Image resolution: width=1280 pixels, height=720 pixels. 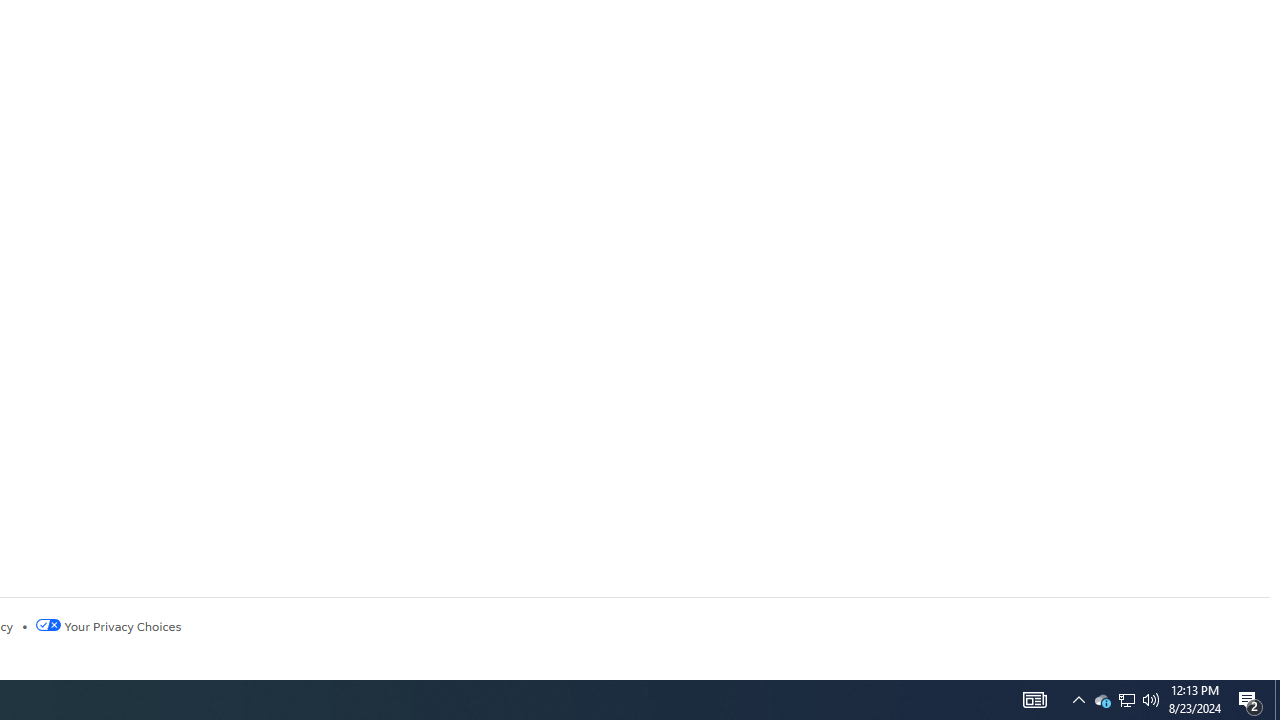 I want to click on ' Your Privacy Choices', so click(x=107, y=625).